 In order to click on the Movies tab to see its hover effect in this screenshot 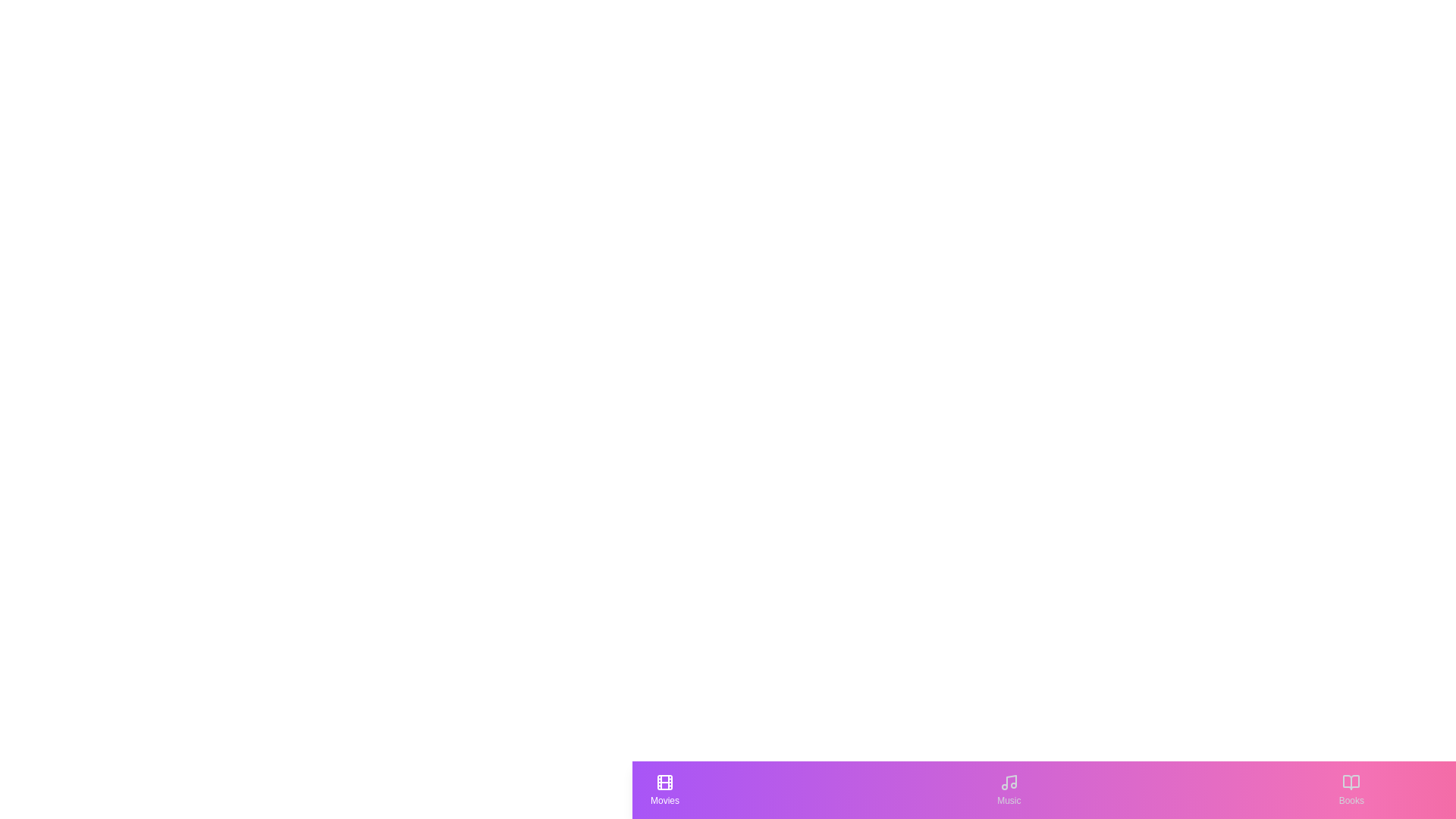, I will do `click(665, 789)`.